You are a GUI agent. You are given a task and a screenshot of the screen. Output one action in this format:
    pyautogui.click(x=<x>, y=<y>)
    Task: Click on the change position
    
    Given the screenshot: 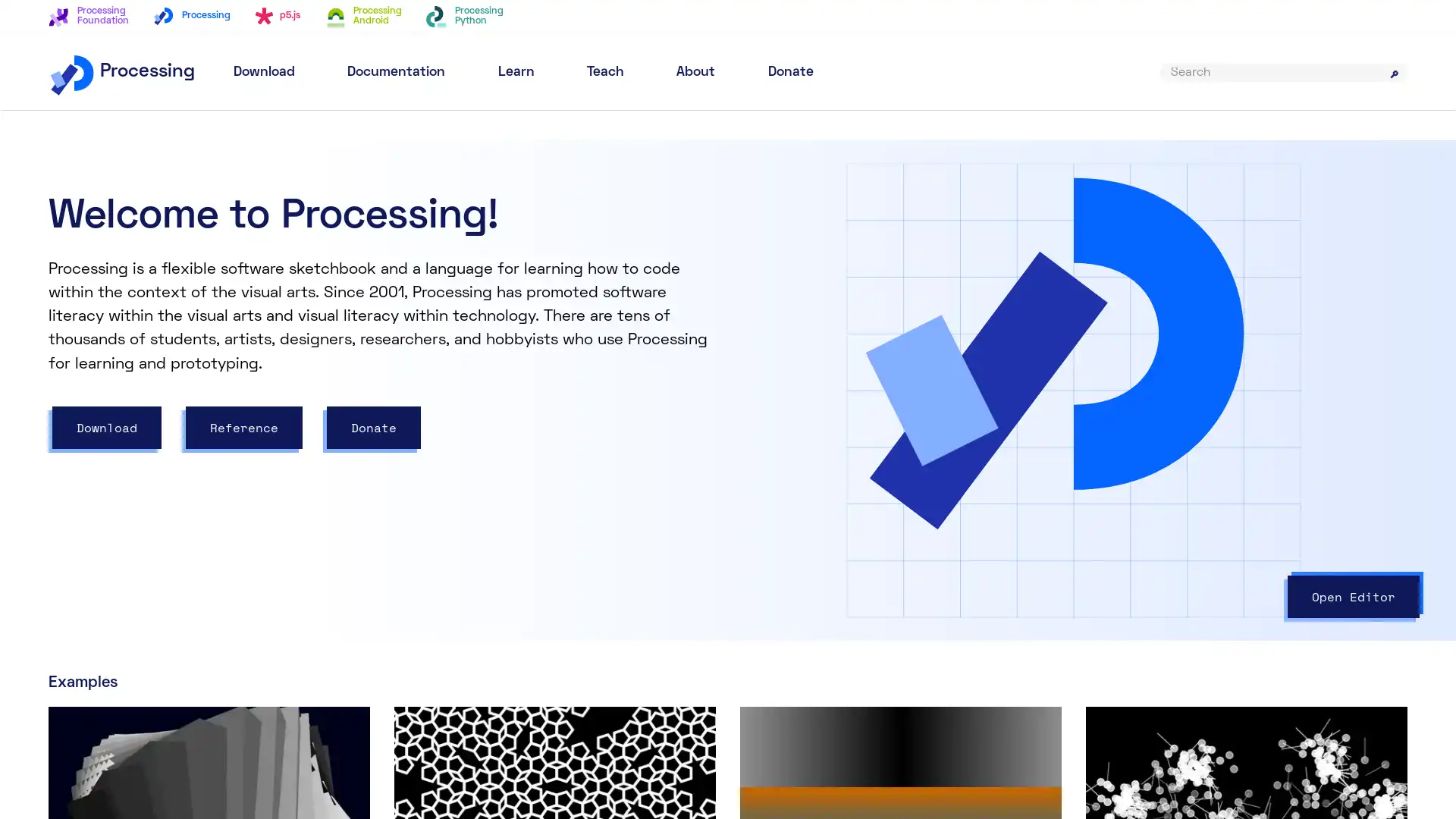 What is the action you would take?
    pyautogui.click(x=965, y=416)
    